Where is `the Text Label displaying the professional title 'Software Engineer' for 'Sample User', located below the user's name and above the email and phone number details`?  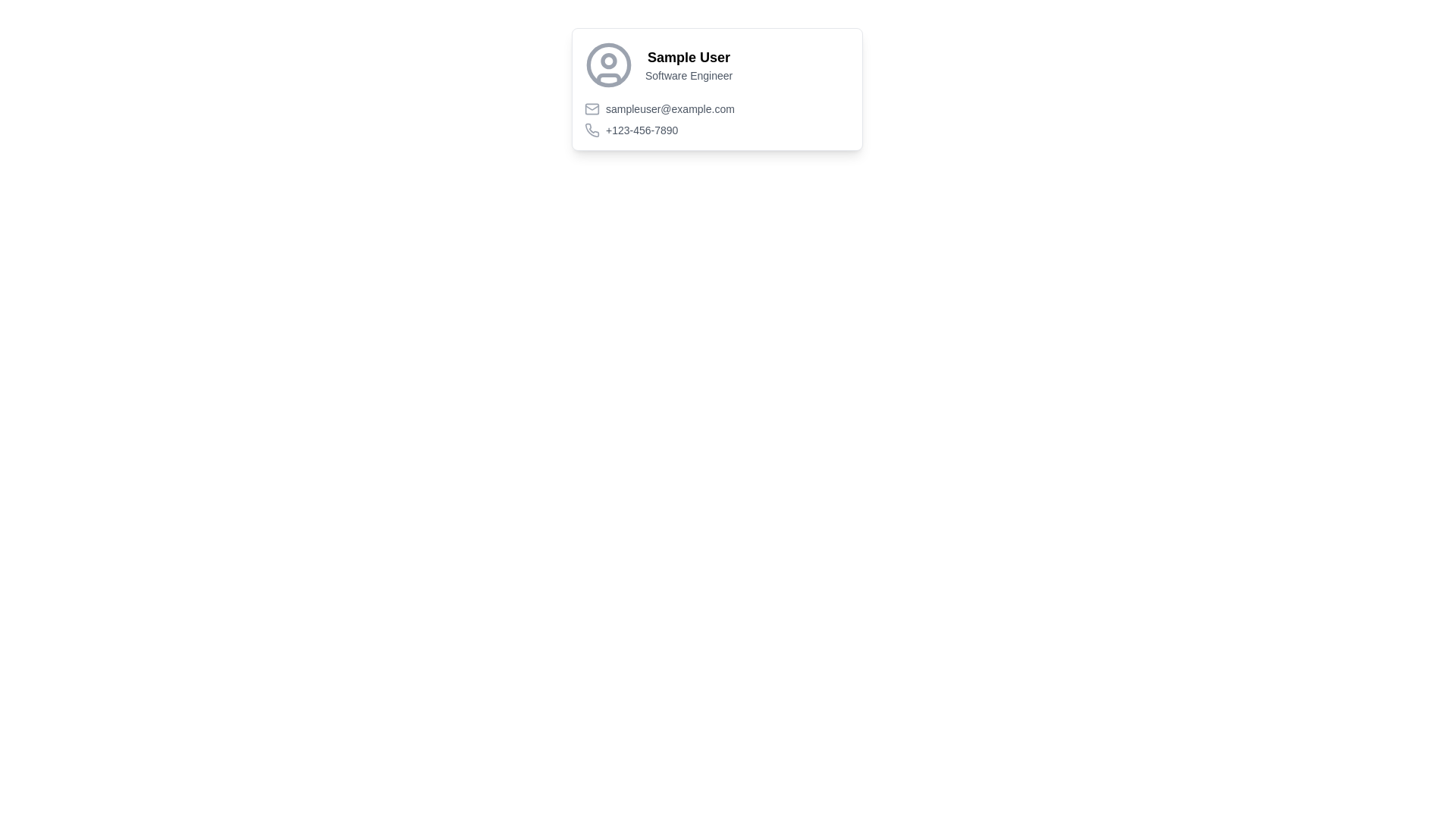
the Text Label displaying the professional title 'Software Engineer' for 'Sample User', located below the user's name and above the email and phone number details is located at coordinates (688, 76).